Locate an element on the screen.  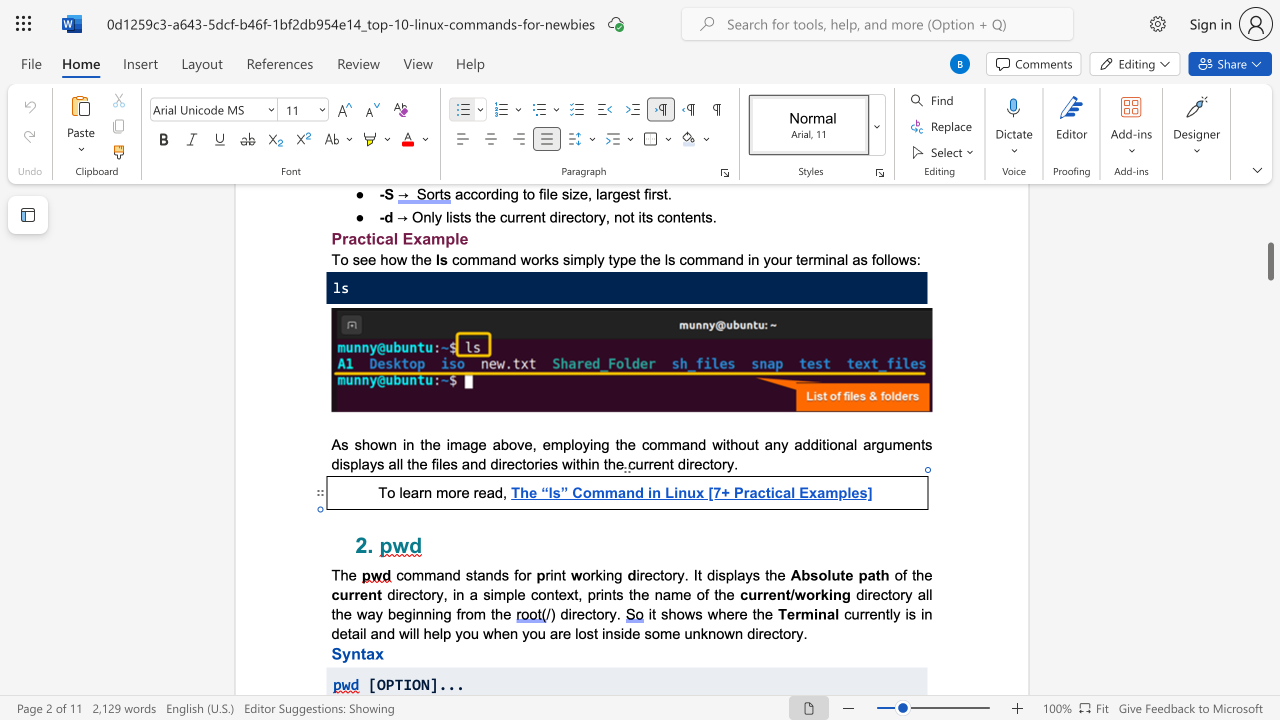
the space between the continuous character "r" and "e" in the text is located at coordinates (768, 593).